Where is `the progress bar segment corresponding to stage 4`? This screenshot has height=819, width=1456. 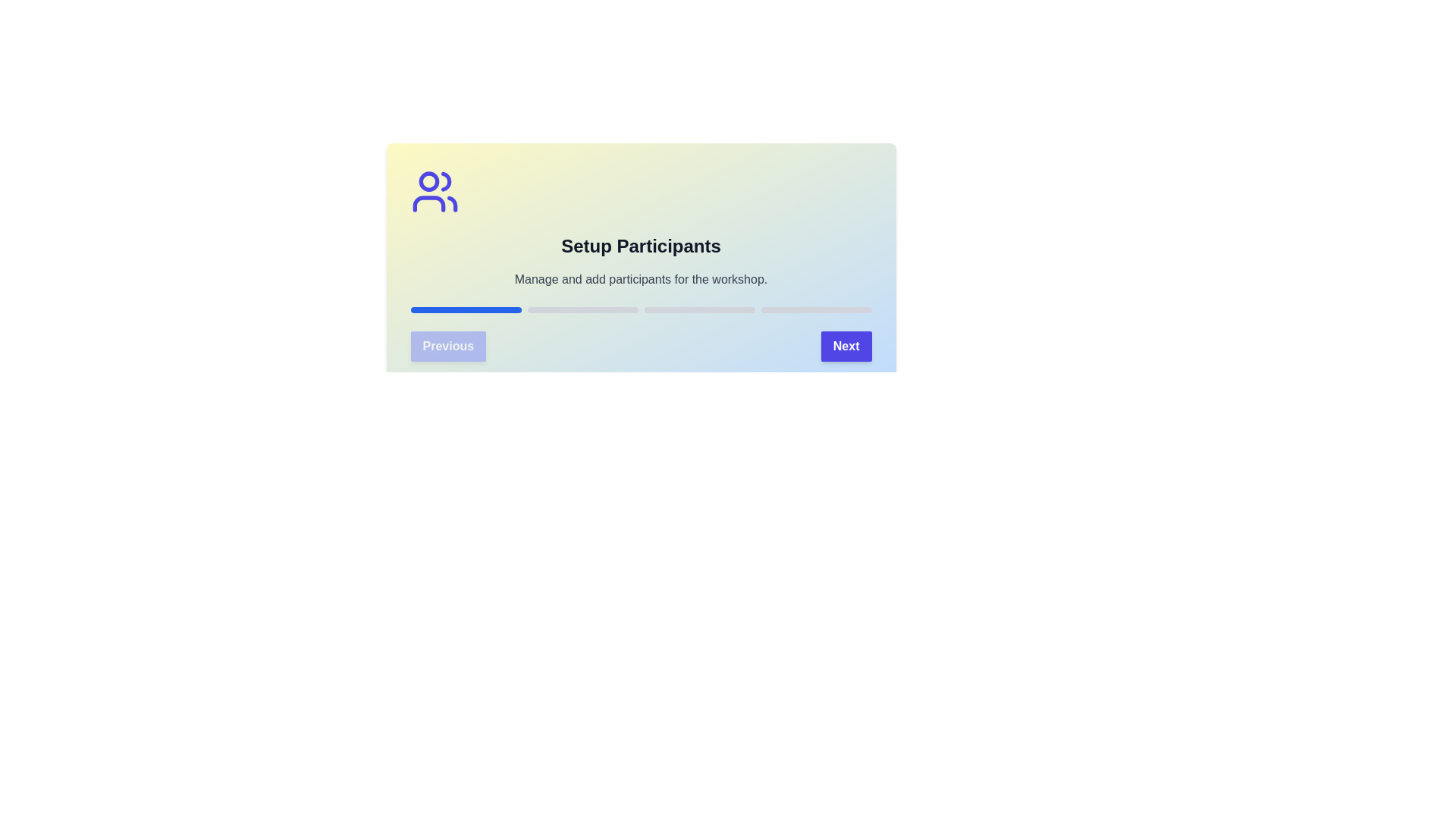 the progress bar segment corresponding to stage 4 is located at coordinates (815, 309).